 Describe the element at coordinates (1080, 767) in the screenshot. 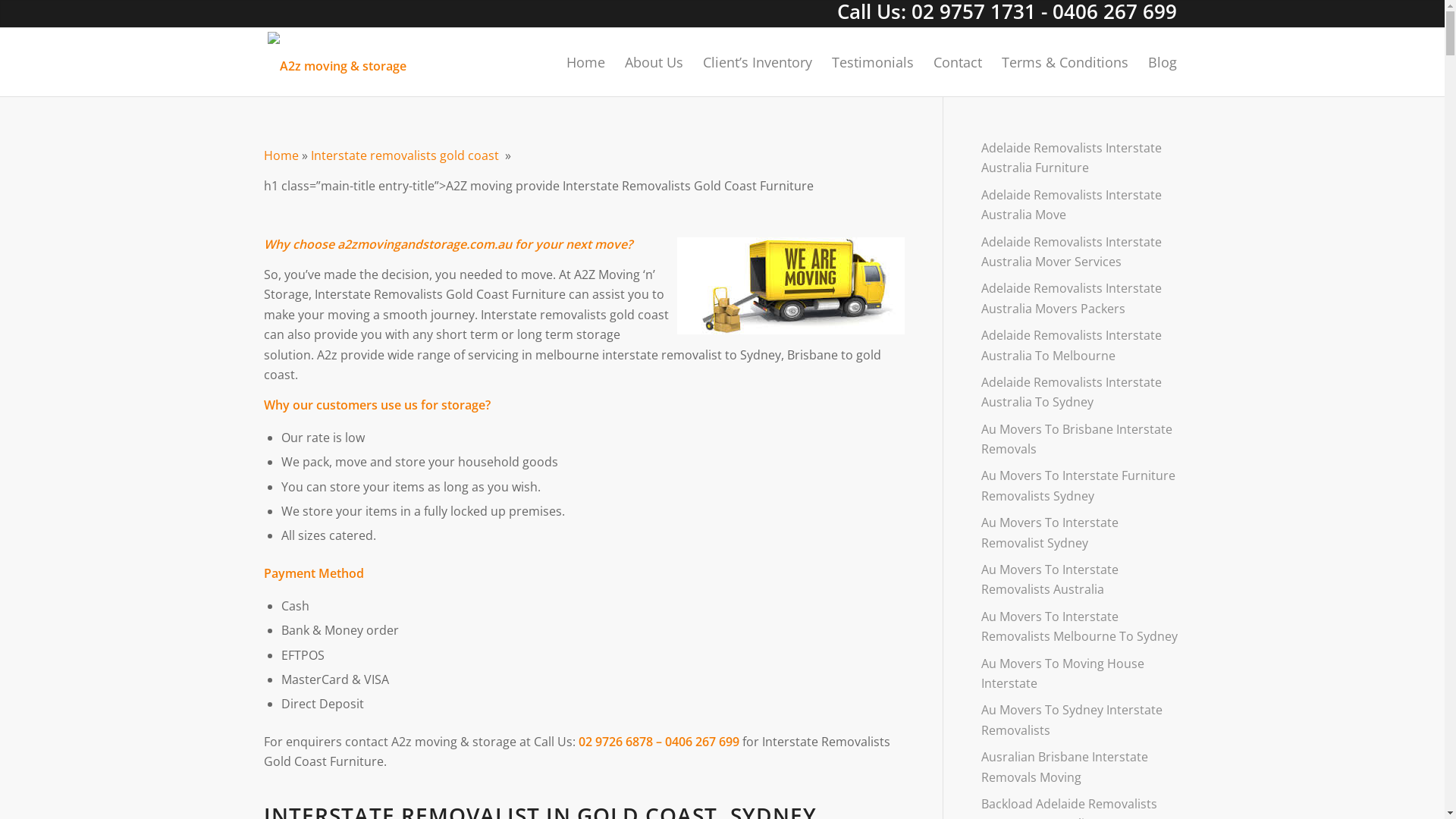

I see `'Ausralian Brisbane Interstate Removals Moving'` at that location.